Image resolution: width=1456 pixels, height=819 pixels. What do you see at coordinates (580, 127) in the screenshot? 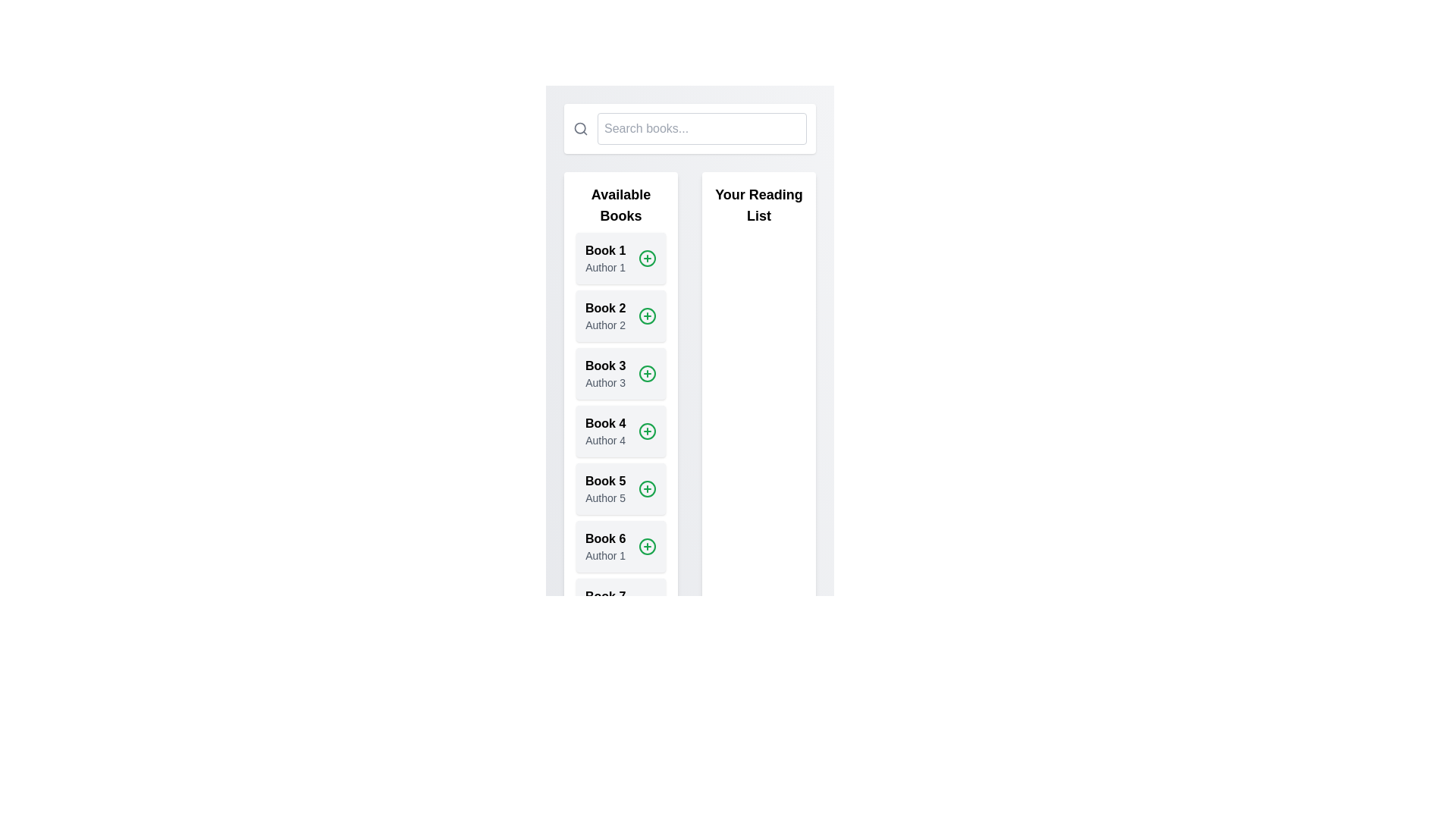
I see `the magnifying glass icon, which represents the search function and is positioned to the left of the 'Search books...' text input field` at bounding box center [580, 127].